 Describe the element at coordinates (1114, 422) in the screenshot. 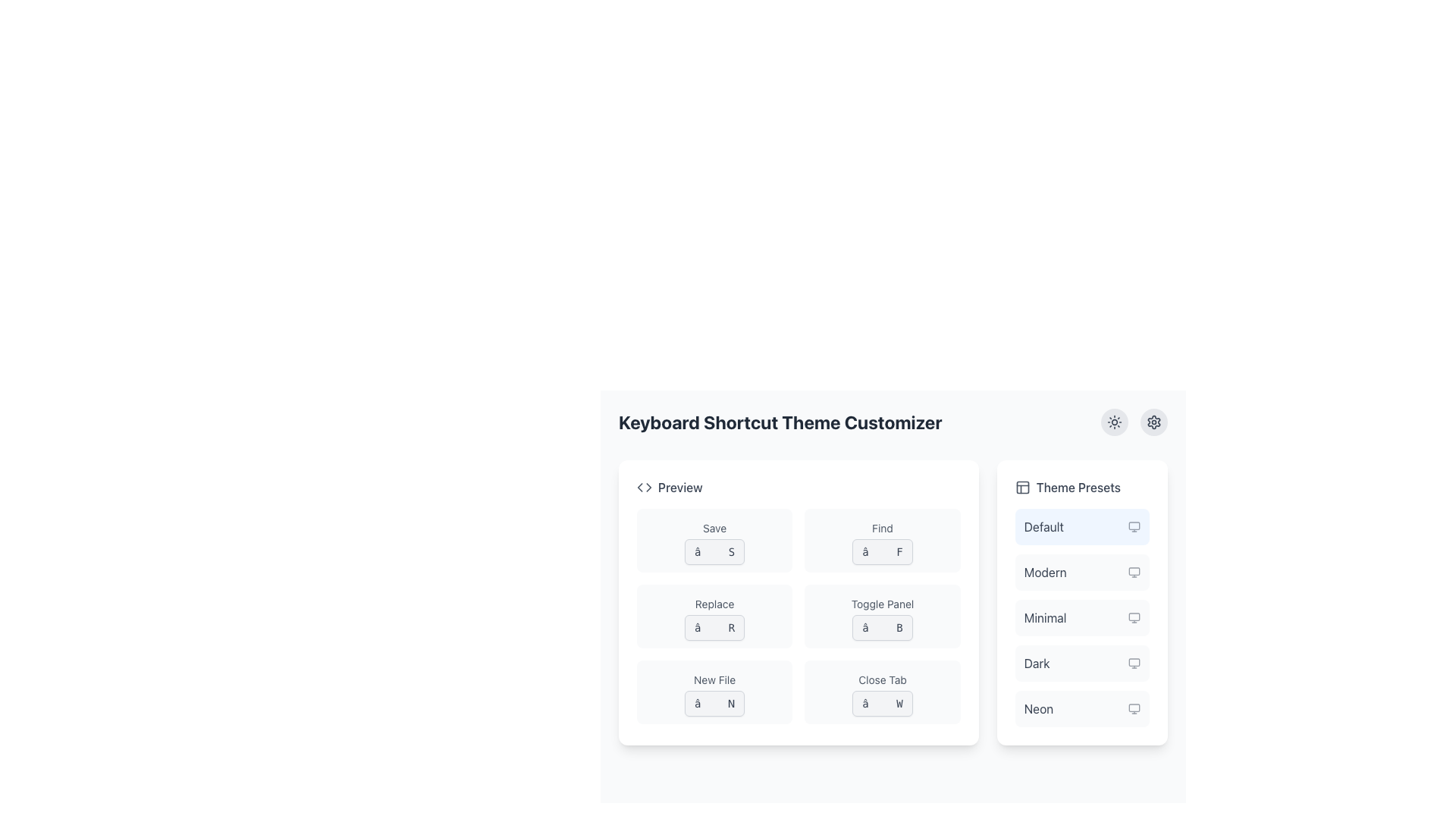

I see `the sun icon located in the top-right corner of the interface` at that location.